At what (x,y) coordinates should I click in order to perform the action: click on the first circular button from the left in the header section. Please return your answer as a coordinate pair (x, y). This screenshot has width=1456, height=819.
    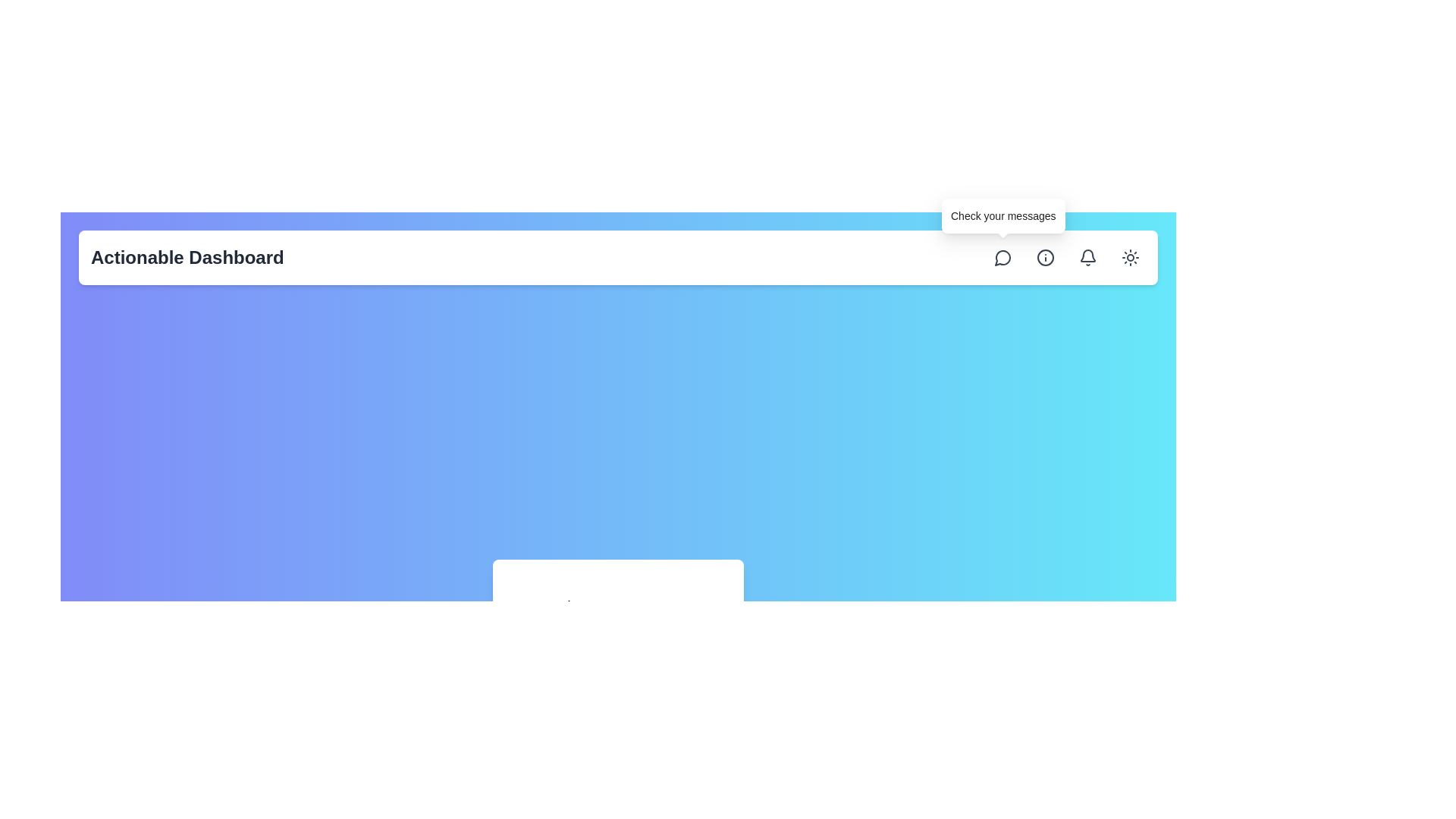
    Looking at the image, I should click on (1003, 256).